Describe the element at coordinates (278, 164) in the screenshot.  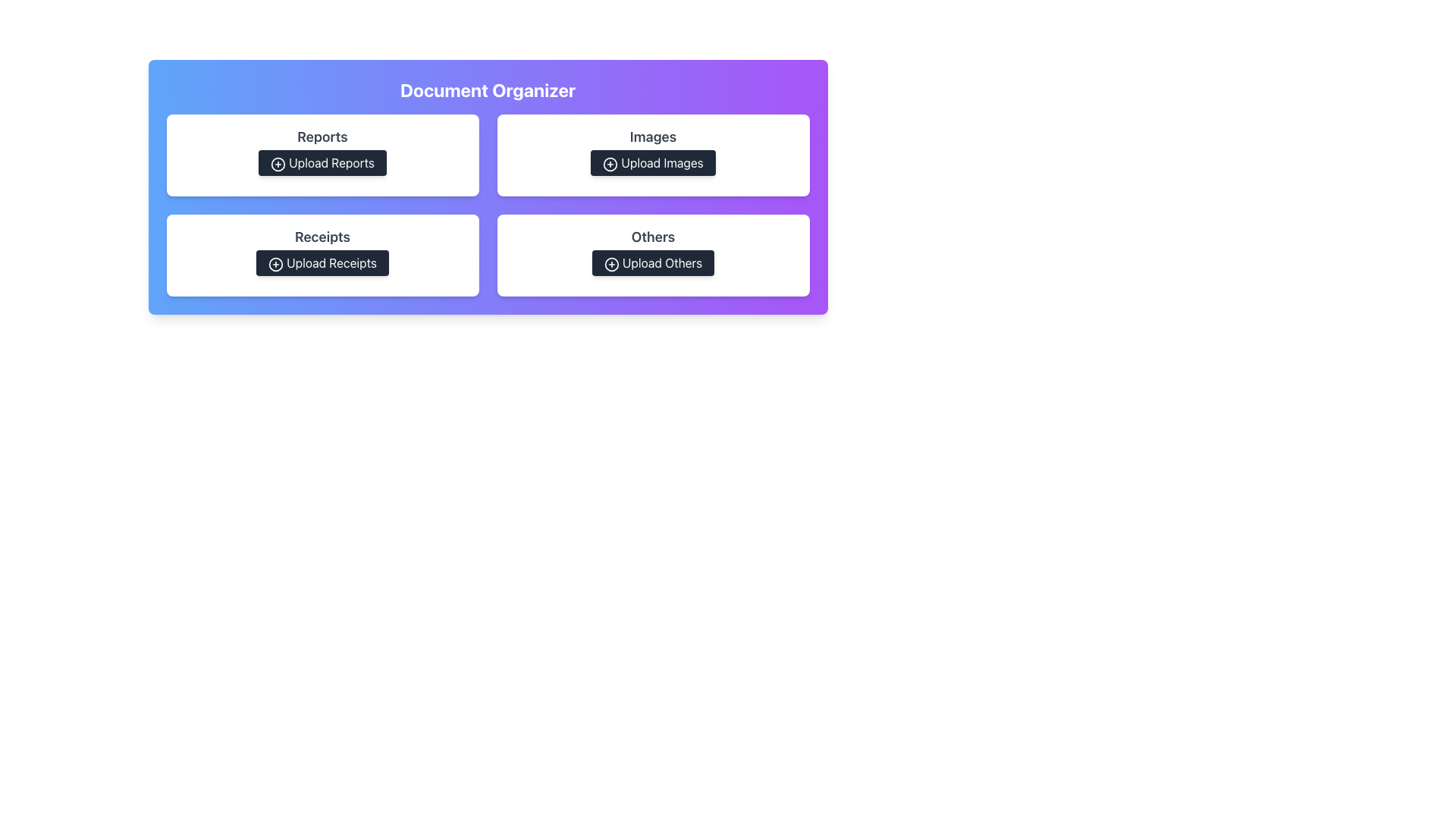
I see `the '+' icon within the 'Upload Reports' button, which is a circular icon with a minimalistic design and white color` at that location.